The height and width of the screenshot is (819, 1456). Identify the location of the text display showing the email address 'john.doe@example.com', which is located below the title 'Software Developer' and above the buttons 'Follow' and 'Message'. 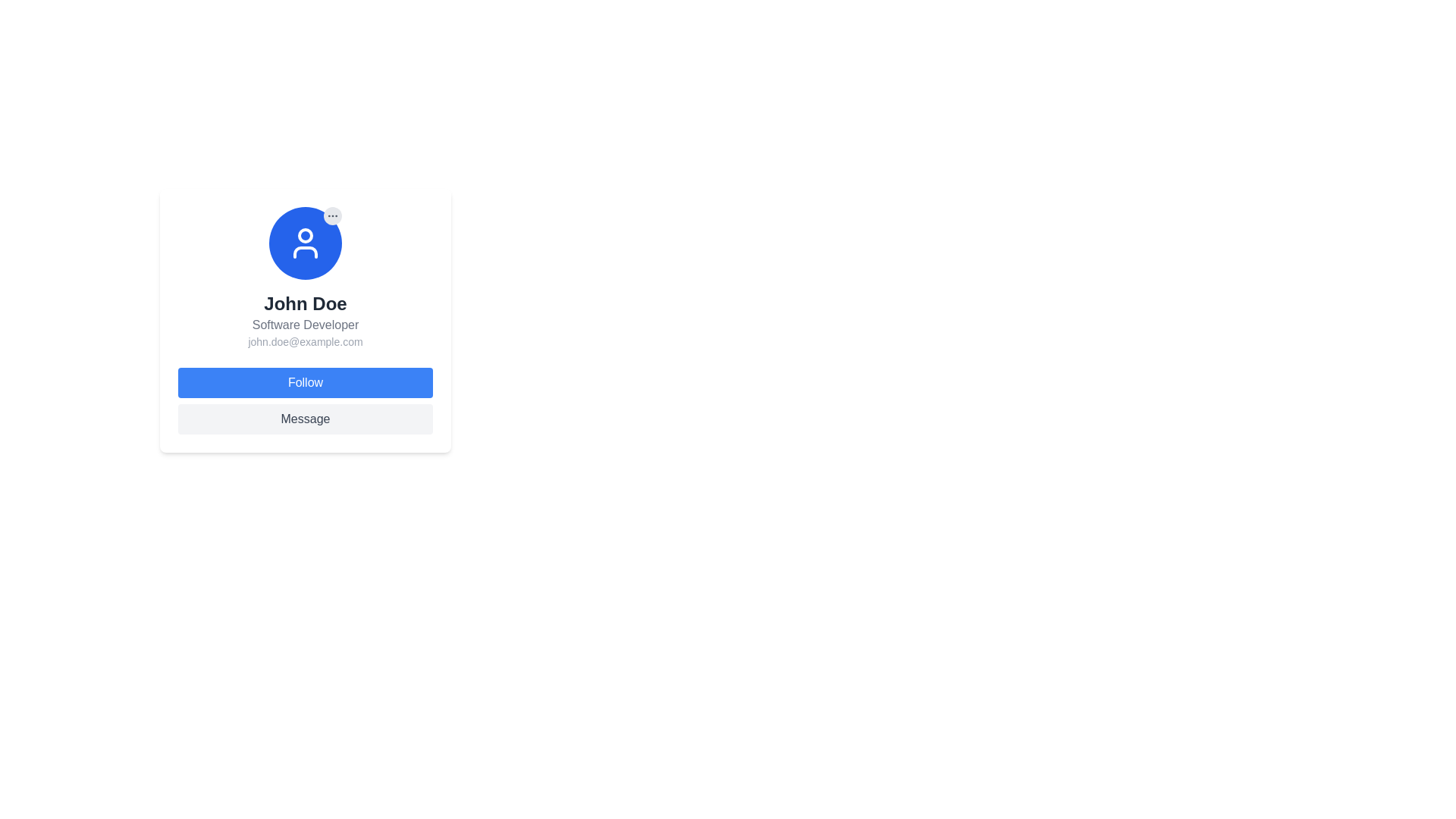
(305, 342).